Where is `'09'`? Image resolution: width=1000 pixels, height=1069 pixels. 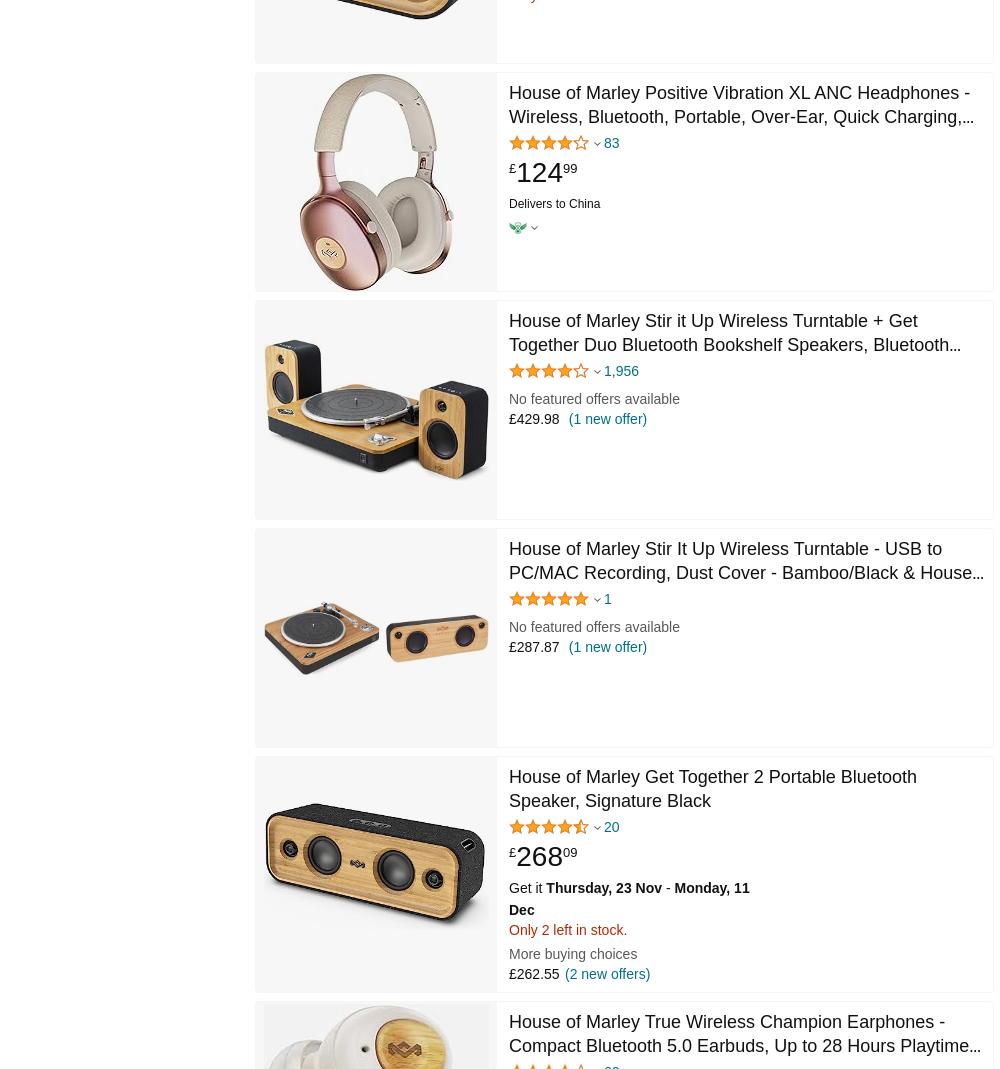 '09' is located at coordinates (568, 851).